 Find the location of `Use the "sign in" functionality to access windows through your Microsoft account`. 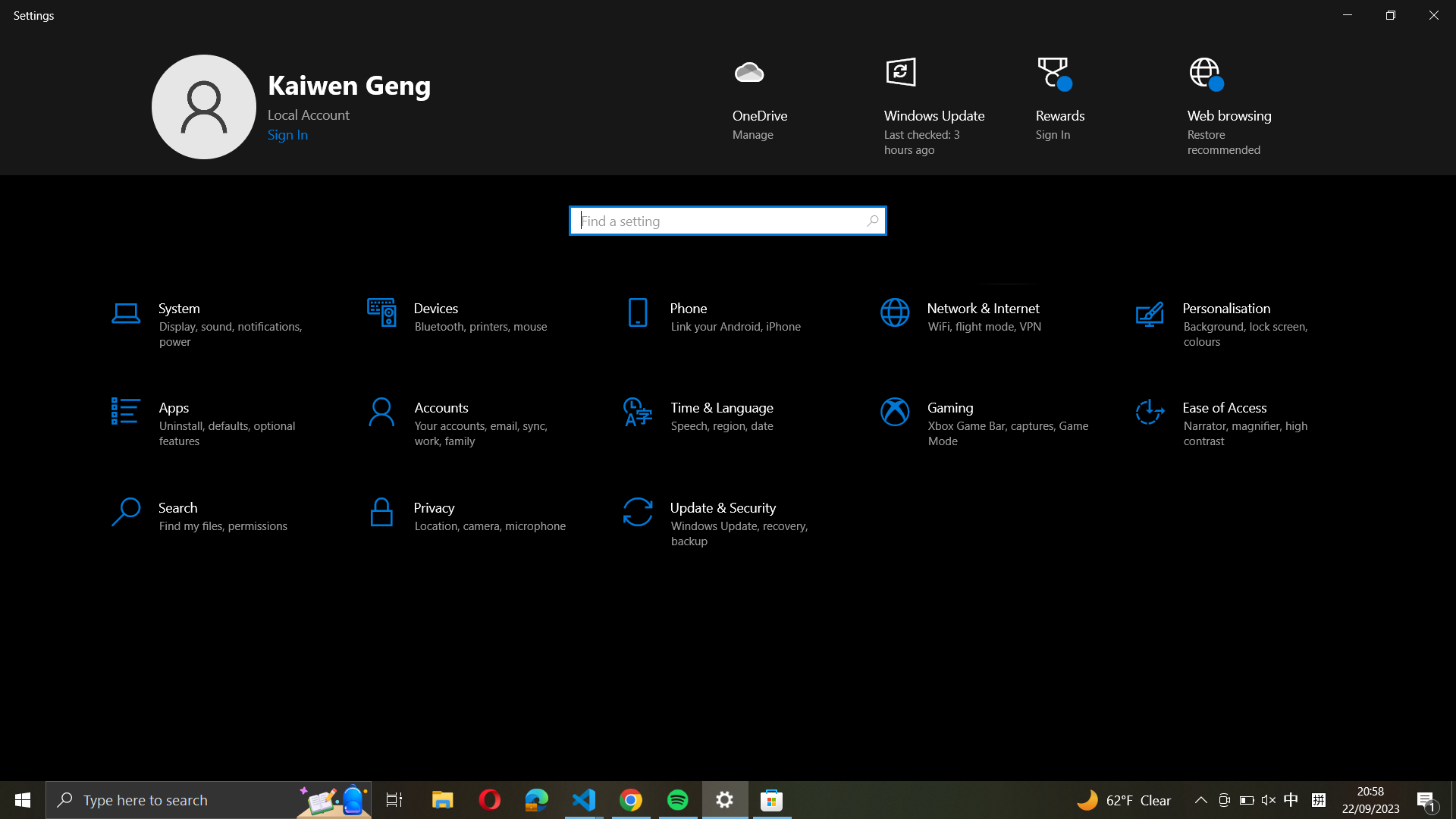

Use the "sign in" functionality to access windows through your Microsoft account is located at coordinates (290, 133).